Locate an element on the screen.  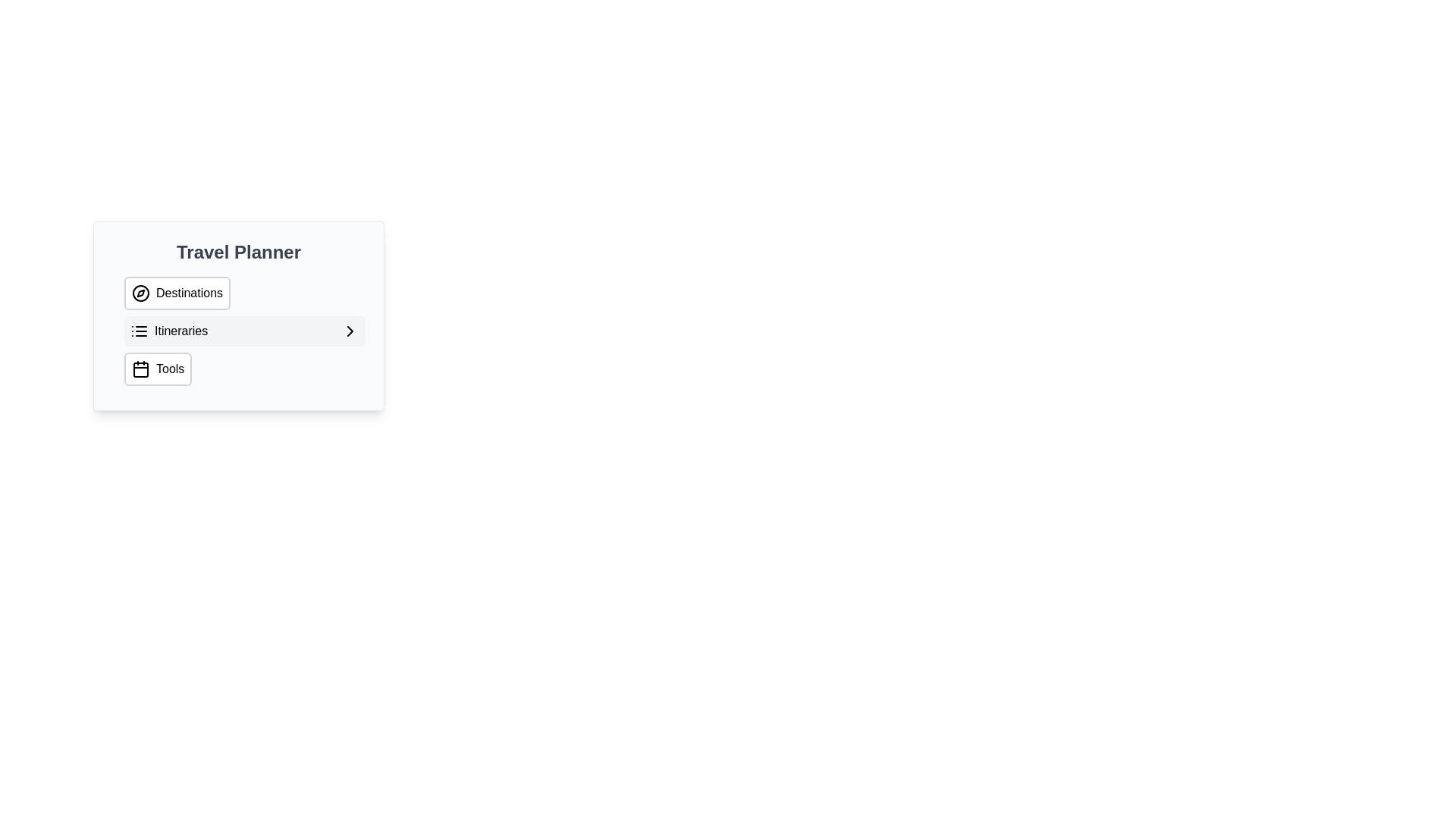
the small, square calendar icon with a white background and a thin black border, located beside the label 'Tools' is located at coordinates (141, 370).